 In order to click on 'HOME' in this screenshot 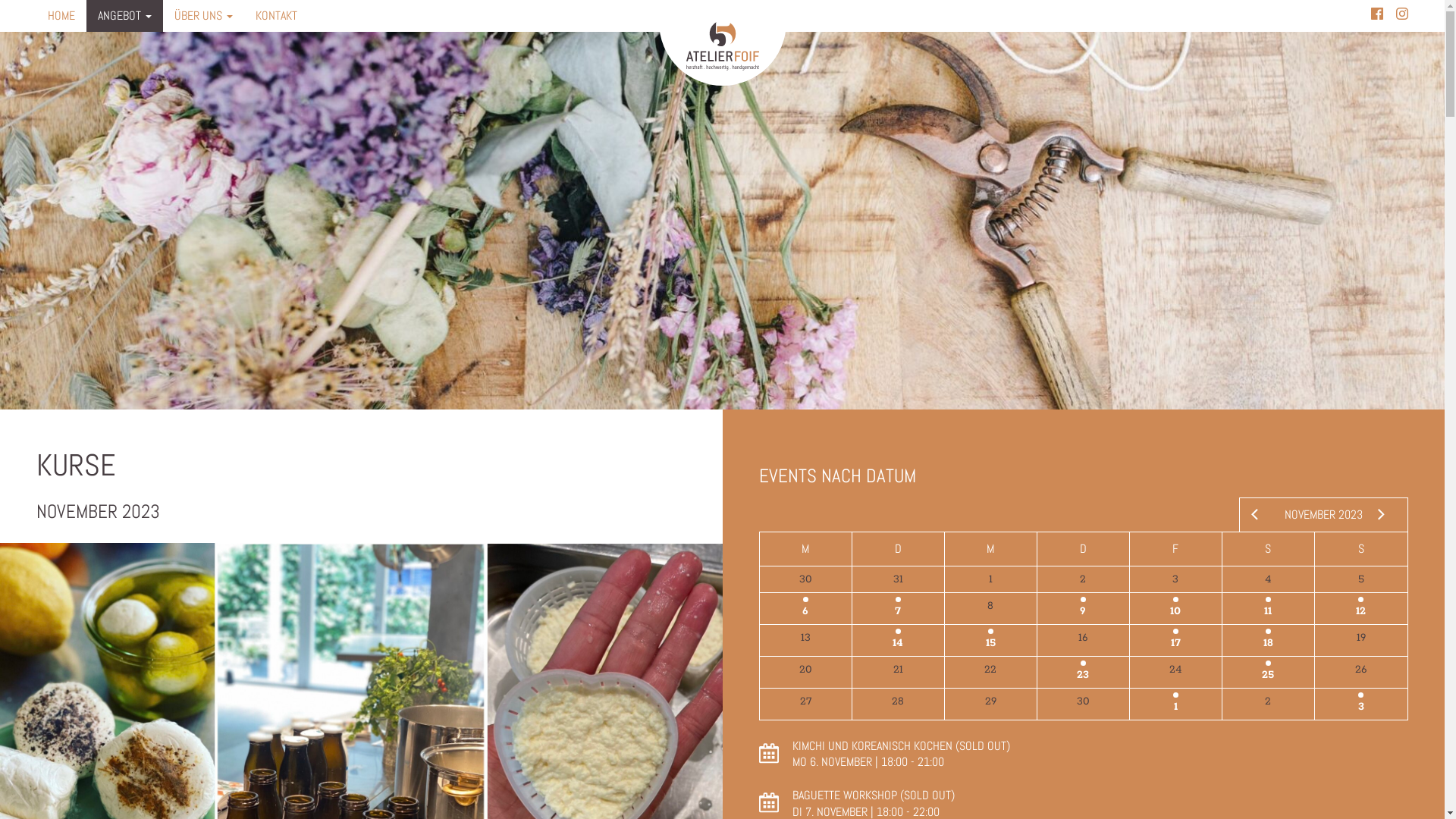, I will do `click(61, 15)`.